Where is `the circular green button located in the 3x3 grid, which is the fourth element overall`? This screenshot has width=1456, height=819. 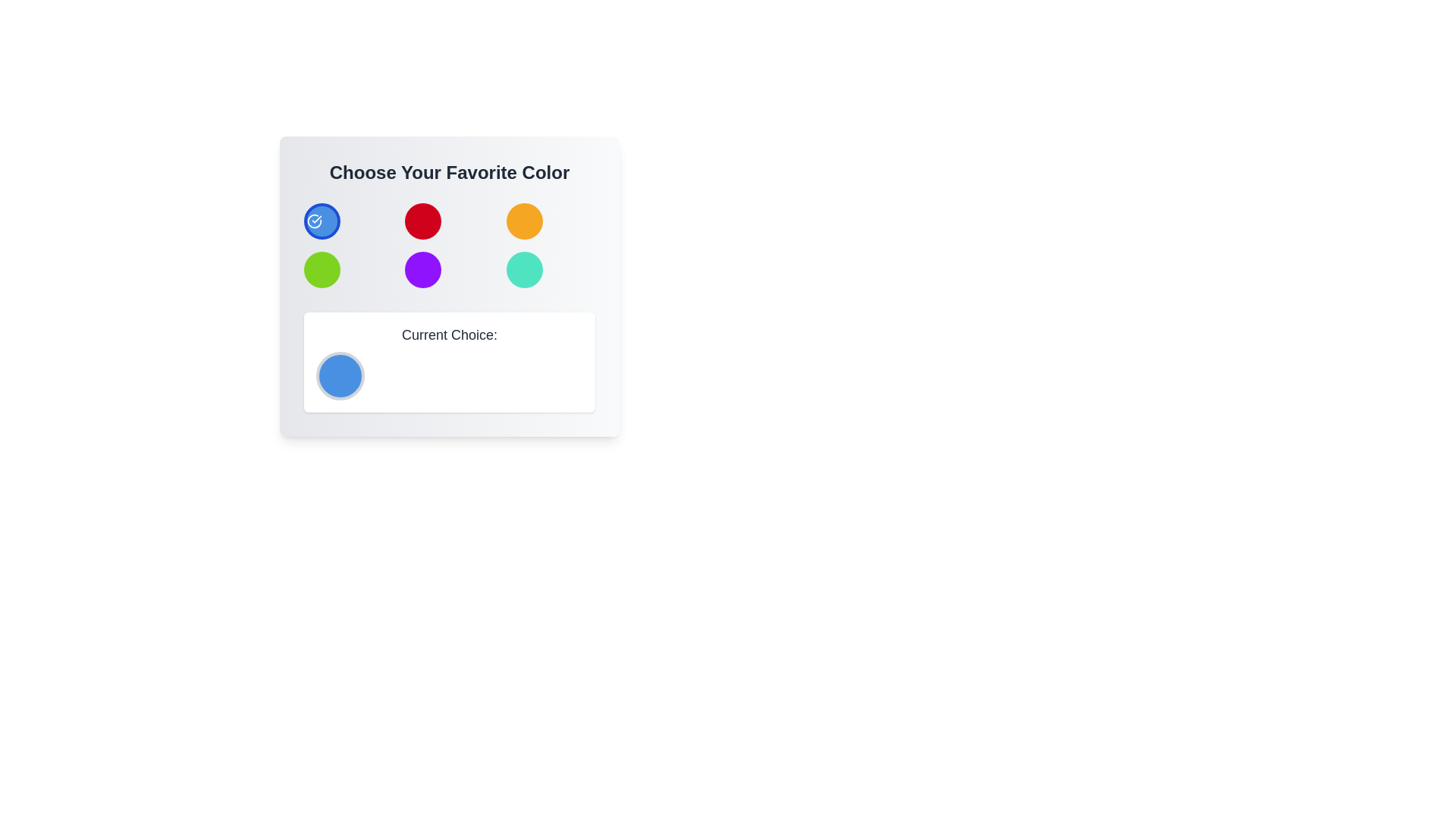
the circular green button located in the 3x3 grid, which is the fourth element overall is located at coordinates (322, 268).